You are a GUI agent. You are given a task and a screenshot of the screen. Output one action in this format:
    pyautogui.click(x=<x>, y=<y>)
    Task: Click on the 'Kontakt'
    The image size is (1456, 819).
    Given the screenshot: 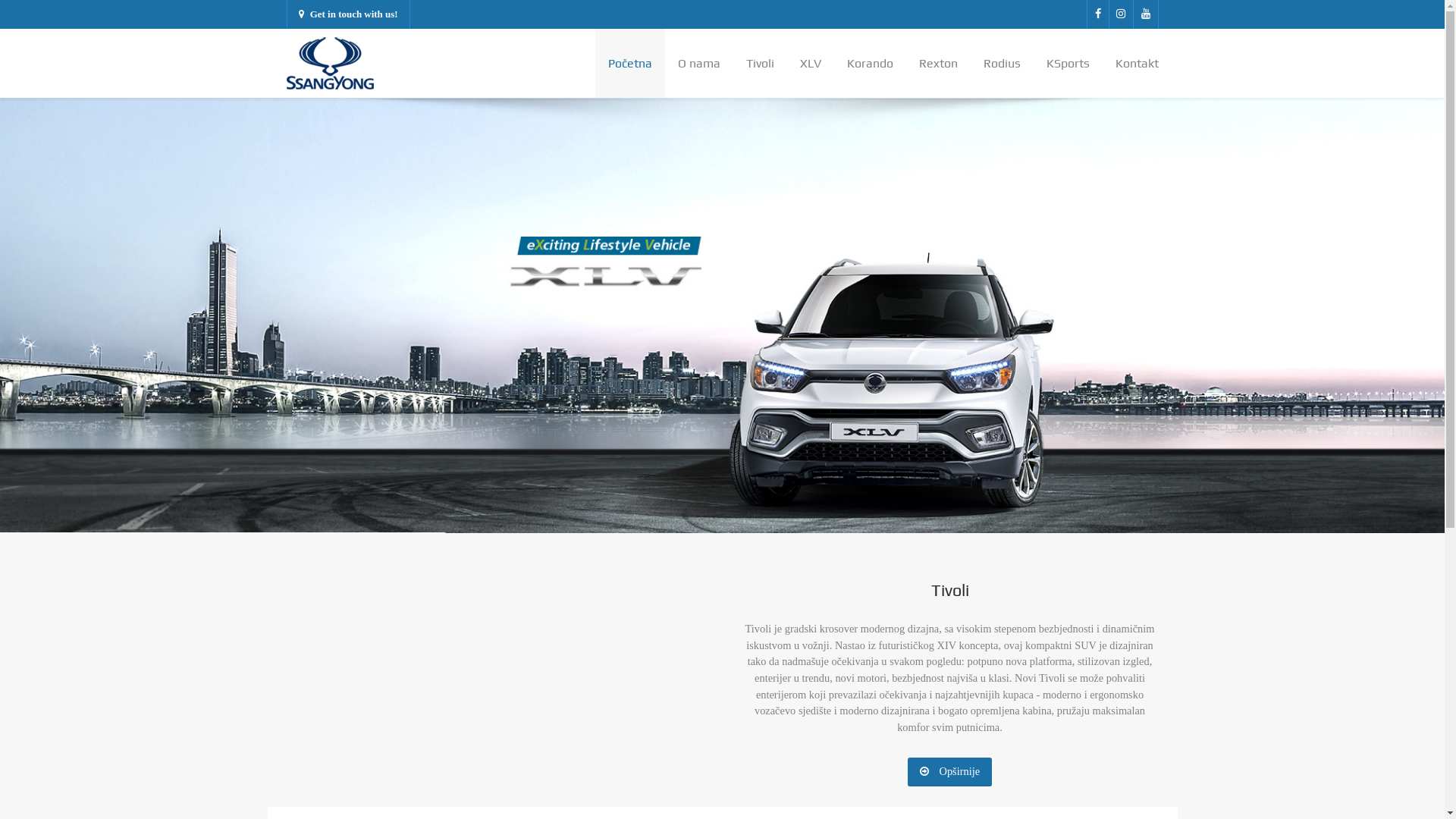 What is the action you would take?
    pyautogui.click(x=1131, y=62)
    